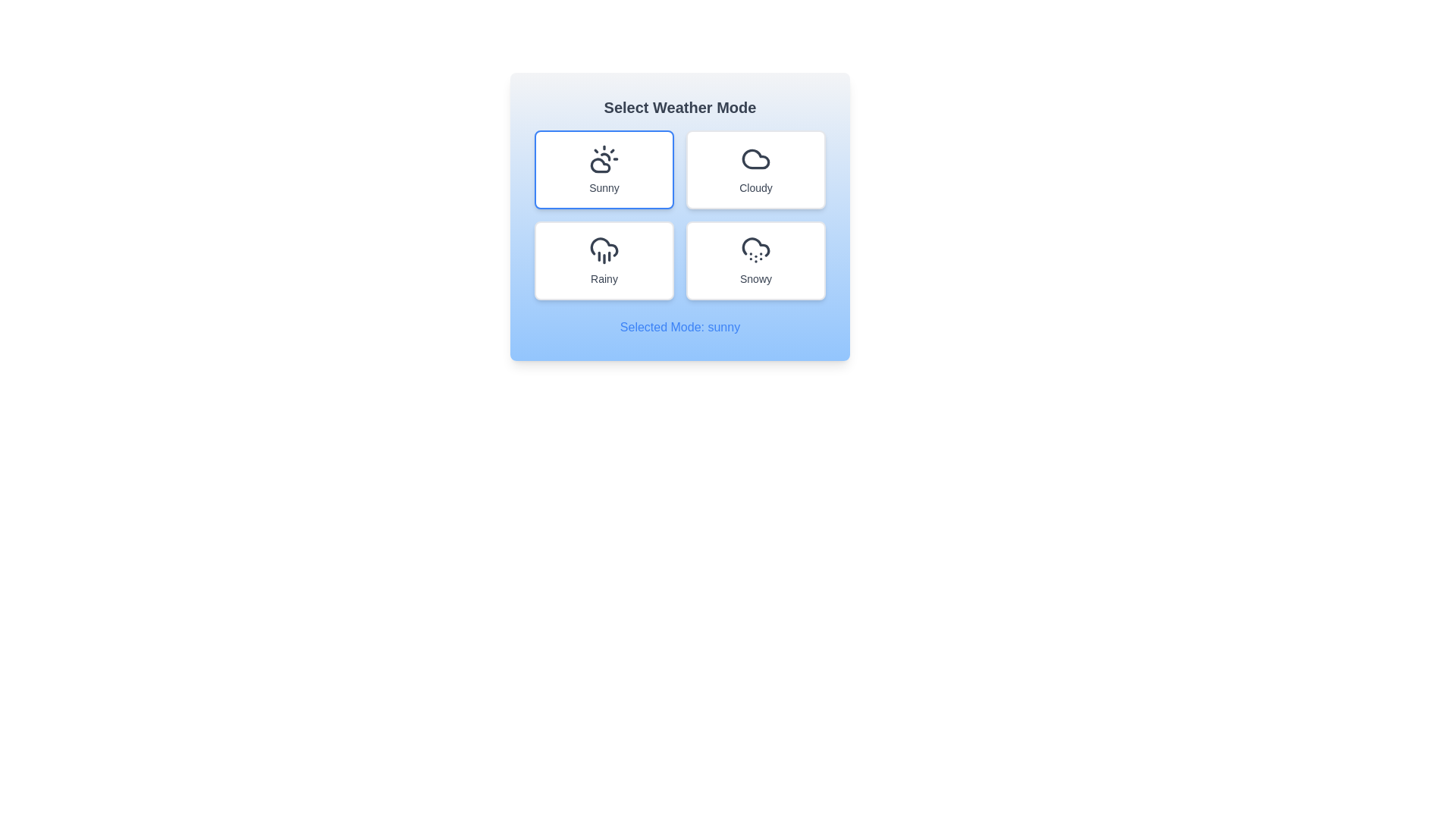 This screenshot has width=1456, height=819. Describe the element at coordinates (603, 259) in the screenshot. I see `the weather mode button labeled Rainy` at that location.